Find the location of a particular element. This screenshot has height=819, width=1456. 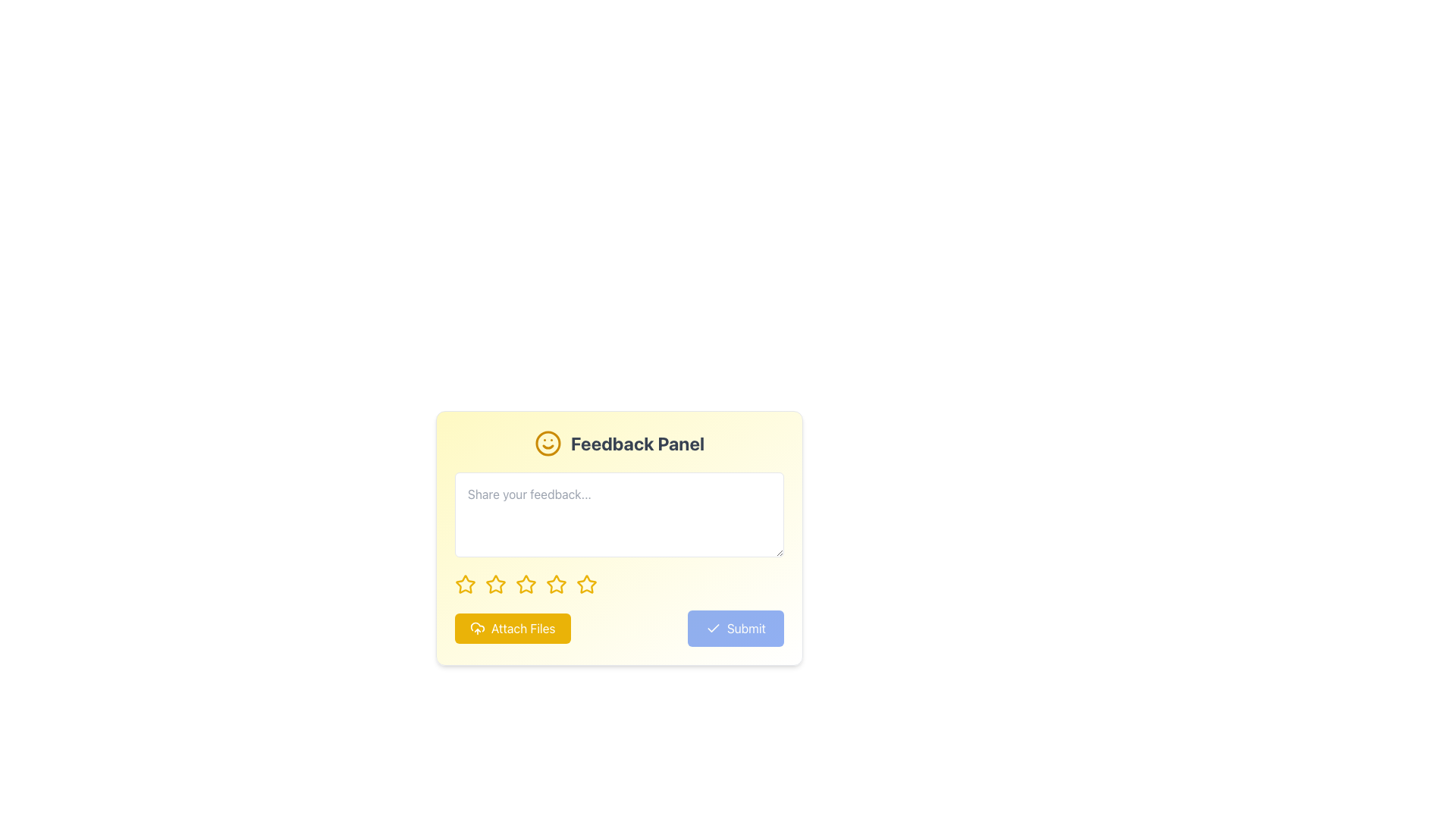

the first star in the rating selection row located below the feedback input field by moving the cursor to its center point is located at coordinates (465, 584).